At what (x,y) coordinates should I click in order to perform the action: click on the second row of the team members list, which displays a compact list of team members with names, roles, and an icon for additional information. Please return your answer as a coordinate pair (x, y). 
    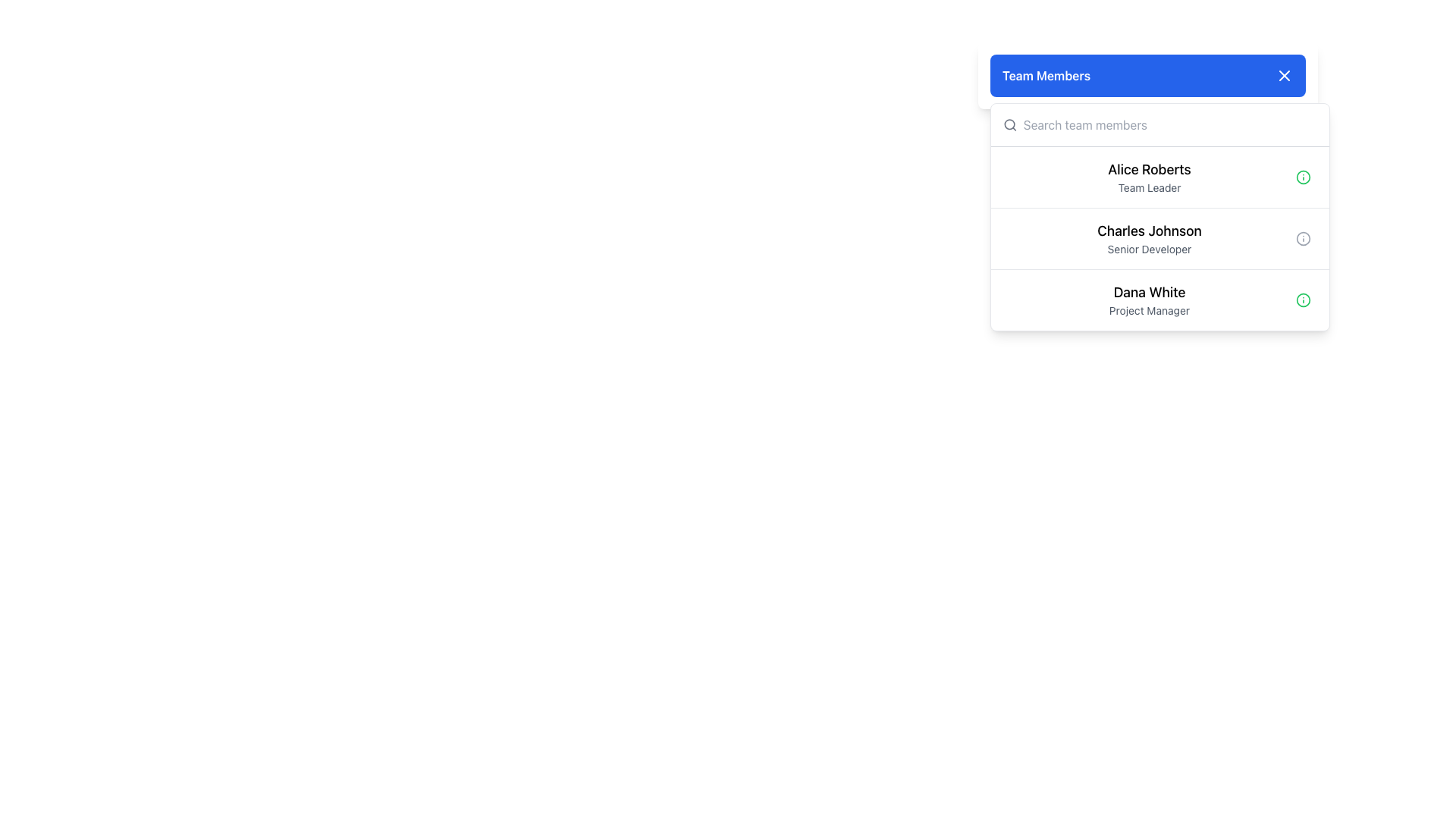
    Looking at the image, I should click on (1159, 217).